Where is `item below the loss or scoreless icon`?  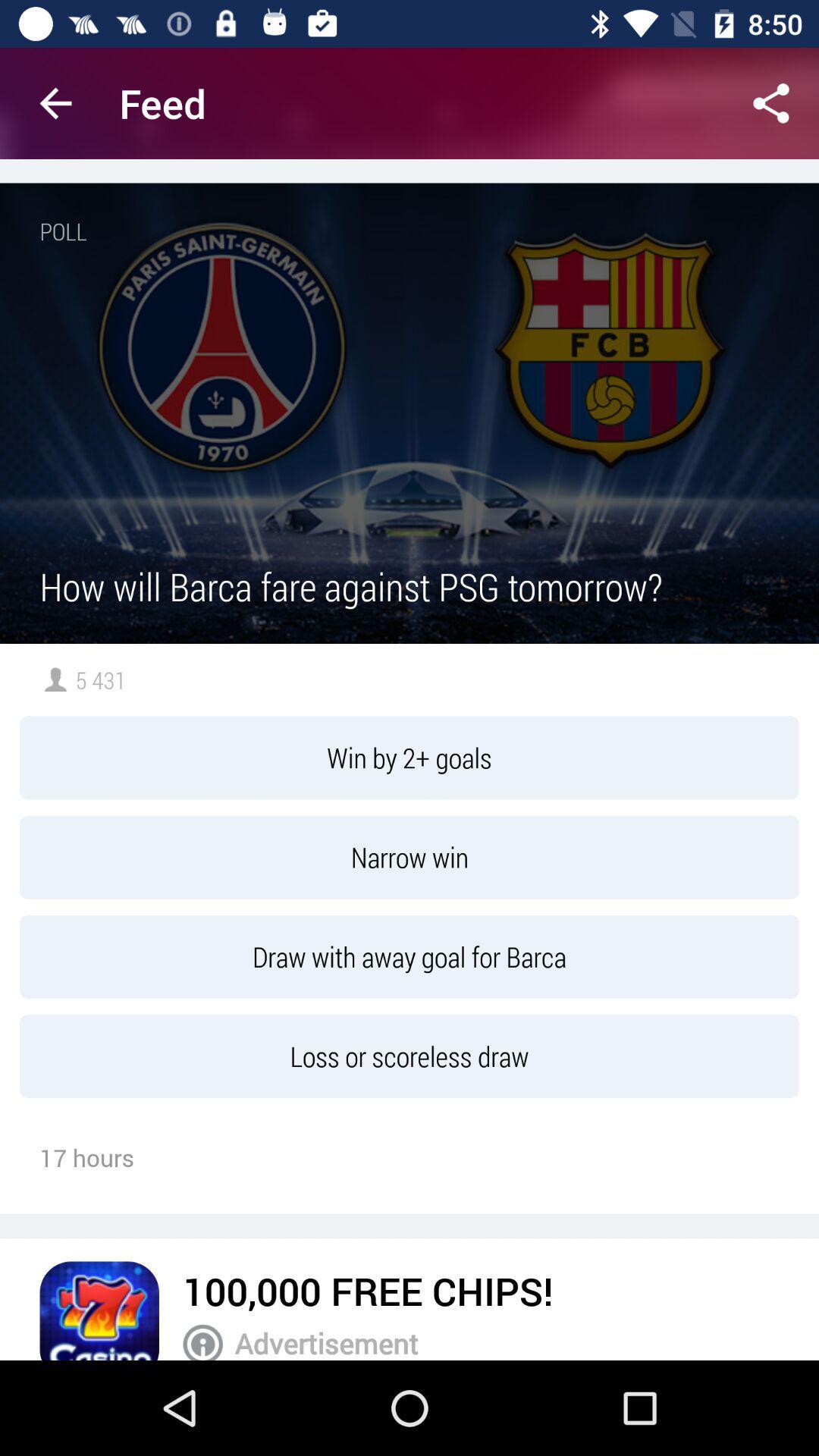
item below the loss or scoreless icon is located at coordinates (368, 1290).